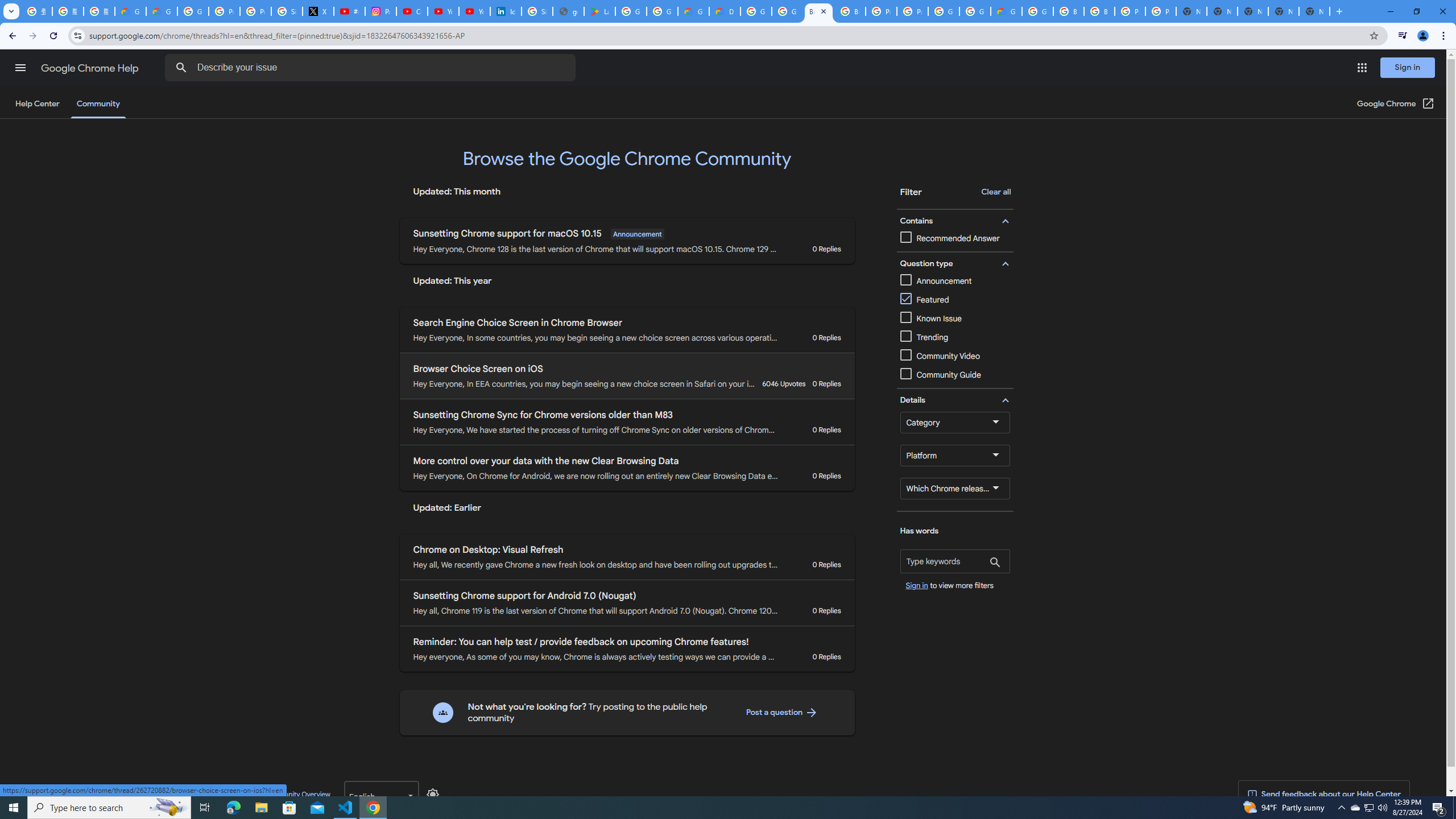  What do you see at coordinates (1037, 11) in the screenshot?
I see `'Google Cloud Platform'` at bounding box center [1037, 11].